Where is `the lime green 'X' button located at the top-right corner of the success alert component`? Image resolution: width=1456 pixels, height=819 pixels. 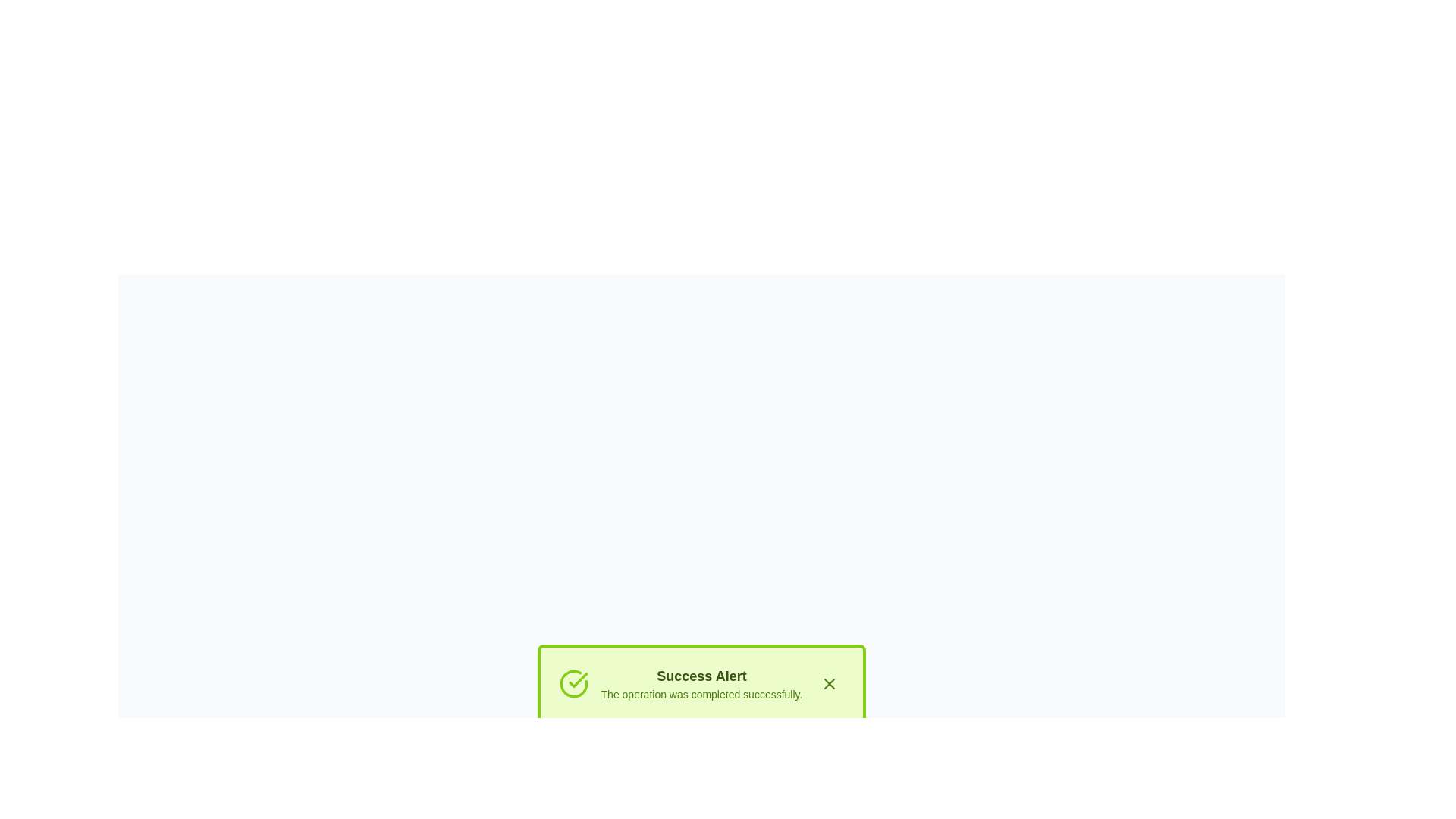
the lime green 'X' button located at the top-right corner of the success alert component is located at coordinates (829, 684).